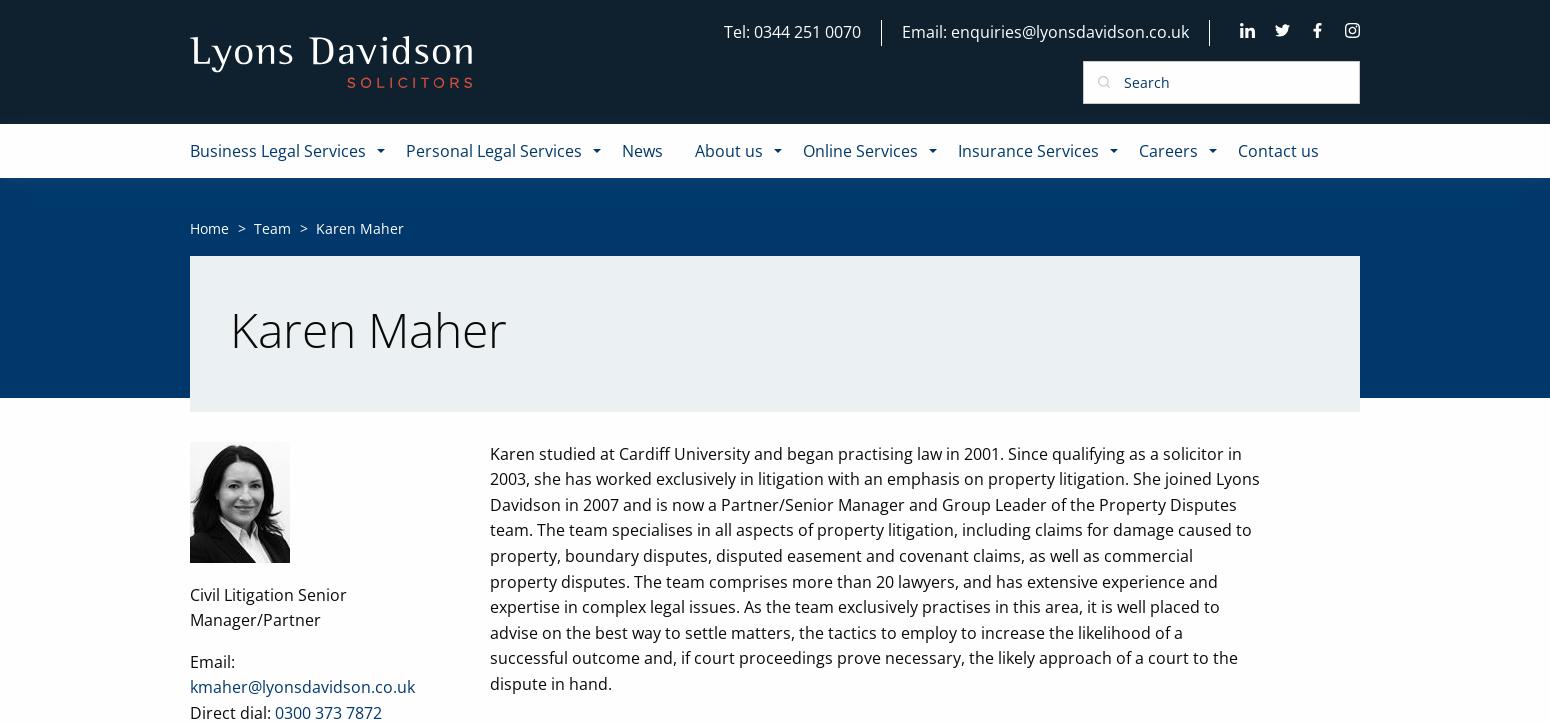  What do you see at coordinates (1277, 150) in the screenshot?
I see `'Contact us'` at bounding box center [1277, 150].